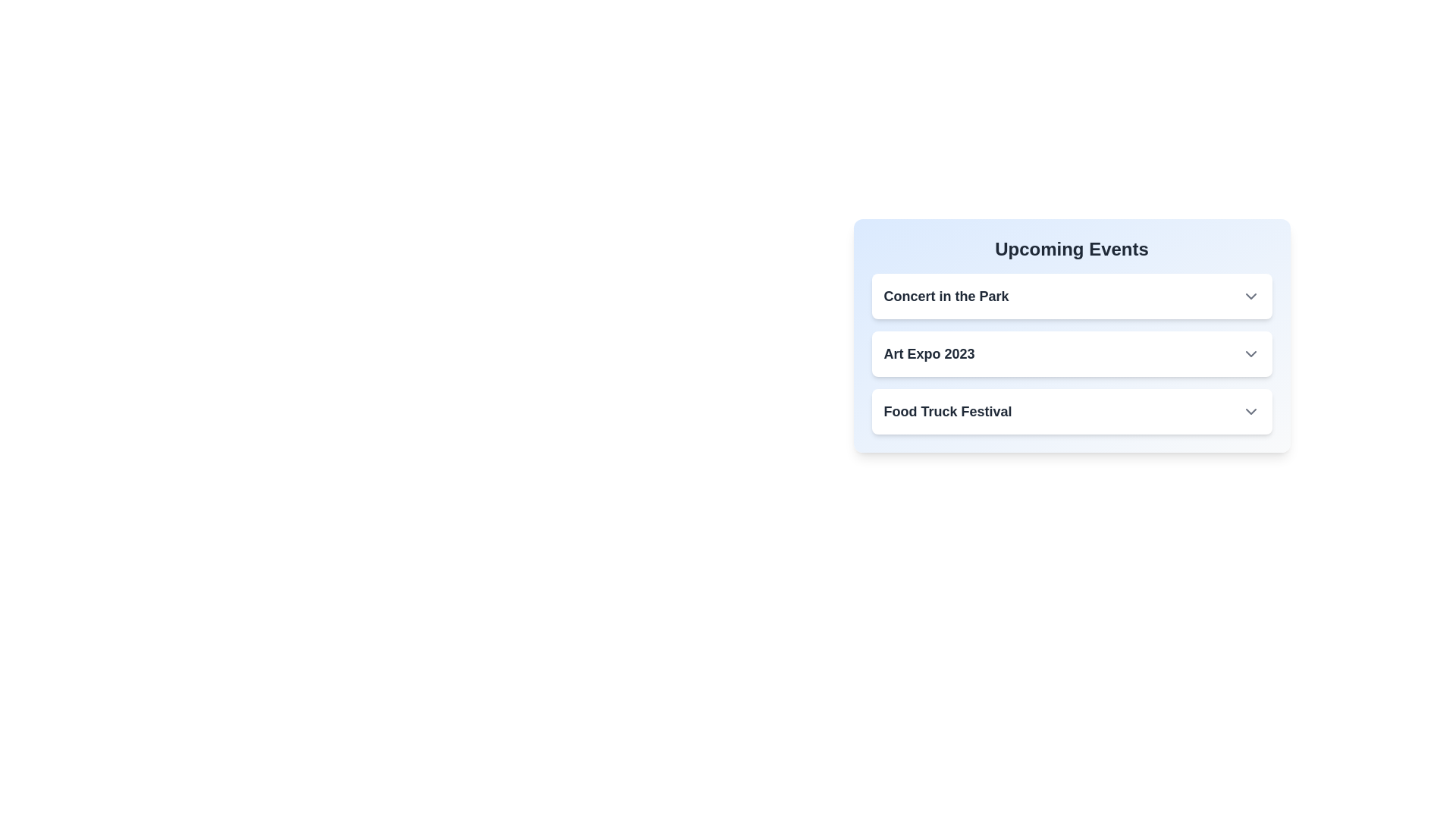  I want to click on the event title Concert in the Park to toggle its expanded state, so click(946, 296).